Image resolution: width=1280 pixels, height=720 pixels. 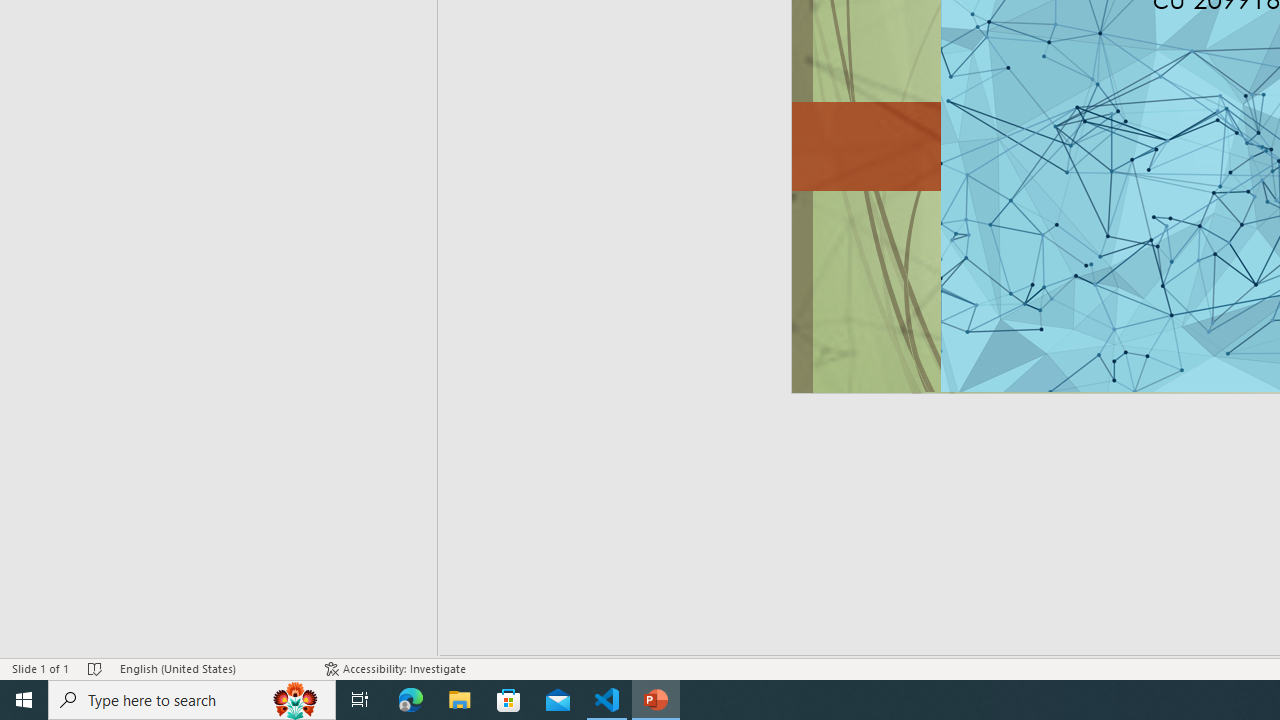 What do you see at coordinates (656, 698) in the screenshot?
I see `'PowerPoint - 1 running window'` at bounding box center [656, 698].